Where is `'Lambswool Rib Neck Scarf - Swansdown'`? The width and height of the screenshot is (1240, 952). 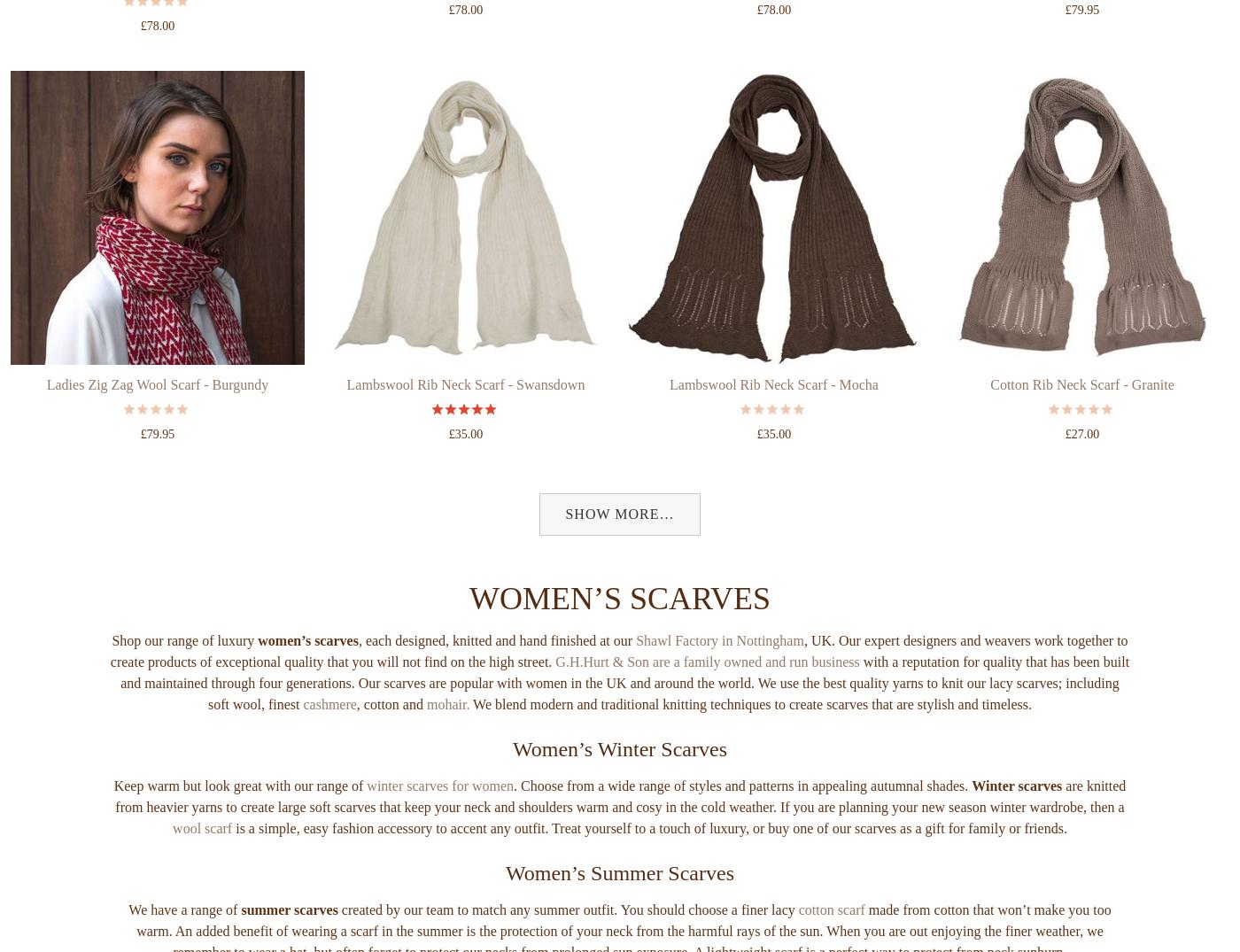 'Lambswool Rib Neck Scarf - Swansdown' is located at coordinates (465, 450).